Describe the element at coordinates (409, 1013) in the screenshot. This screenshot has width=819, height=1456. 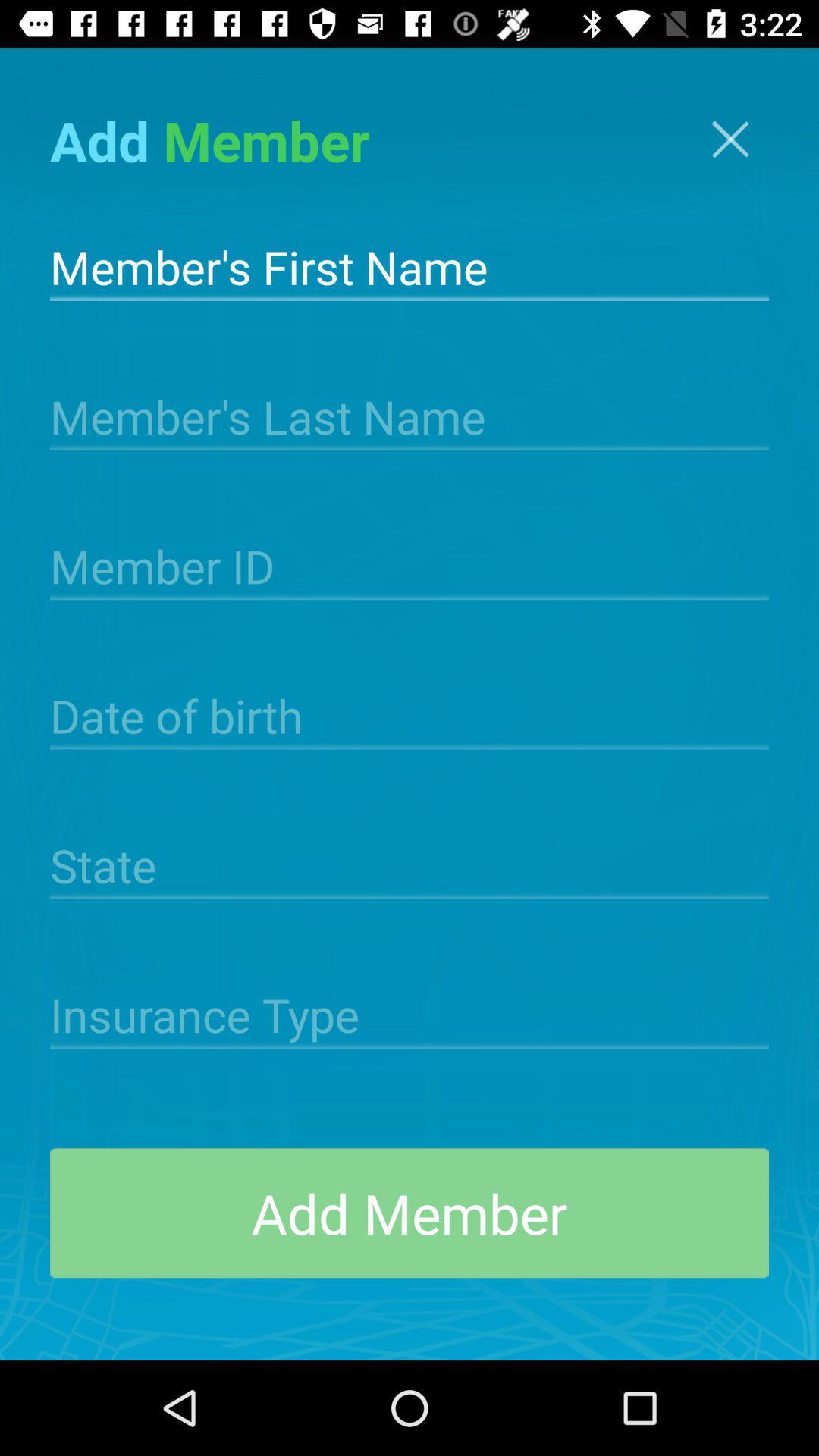
I see `insurance type` at that location.